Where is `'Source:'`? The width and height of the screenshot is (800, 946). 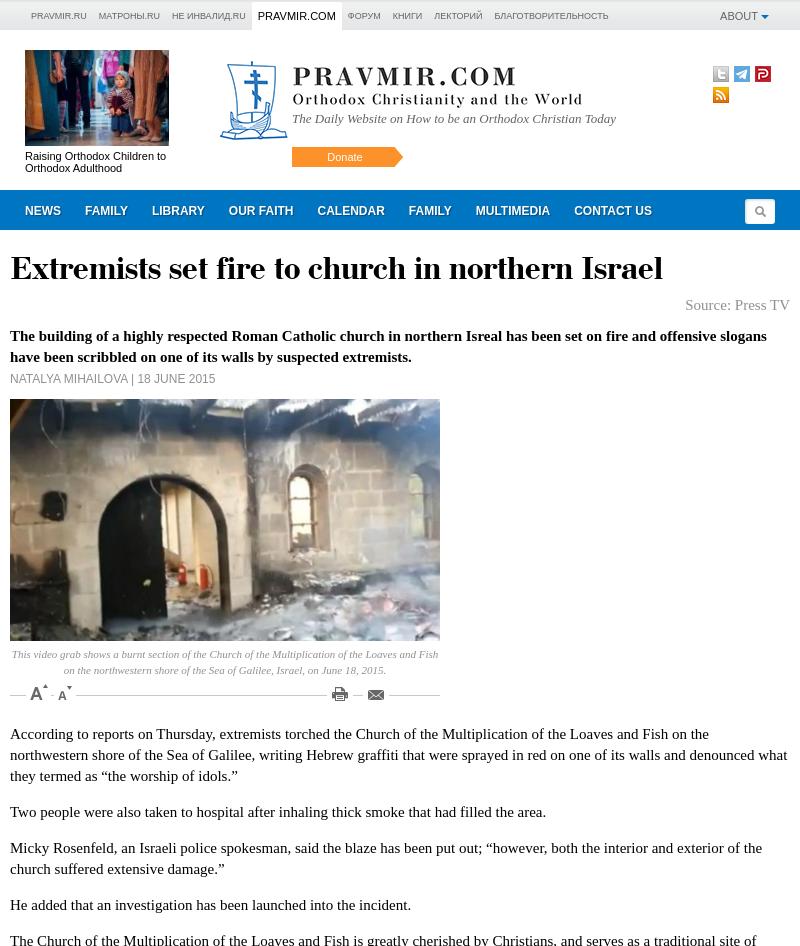
'Source:' is located at coordinates (708, 303).